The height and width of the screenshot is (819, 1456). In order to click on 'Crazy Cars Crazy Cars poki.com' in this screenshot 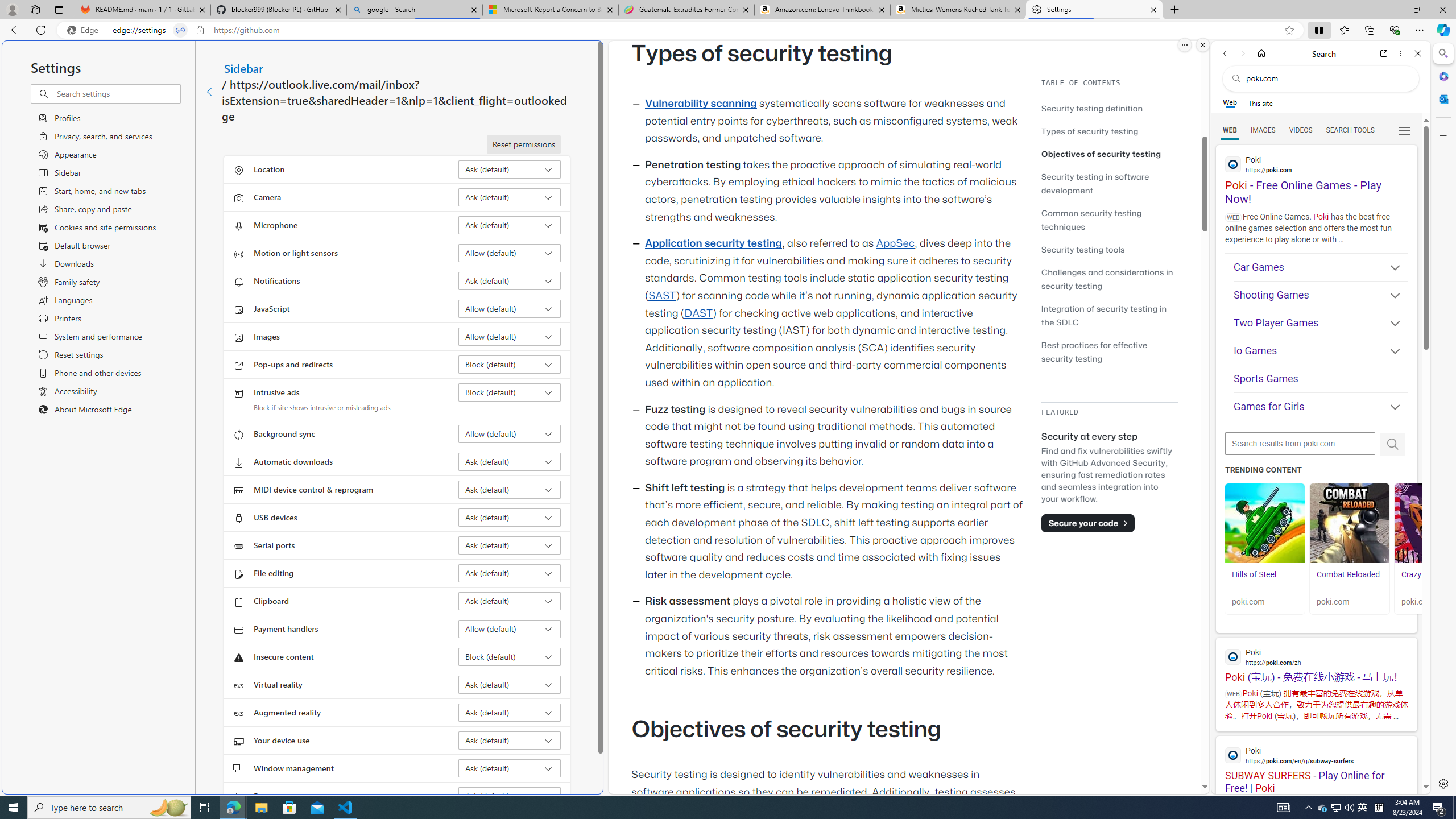, I will do `click(1433, 548)`.